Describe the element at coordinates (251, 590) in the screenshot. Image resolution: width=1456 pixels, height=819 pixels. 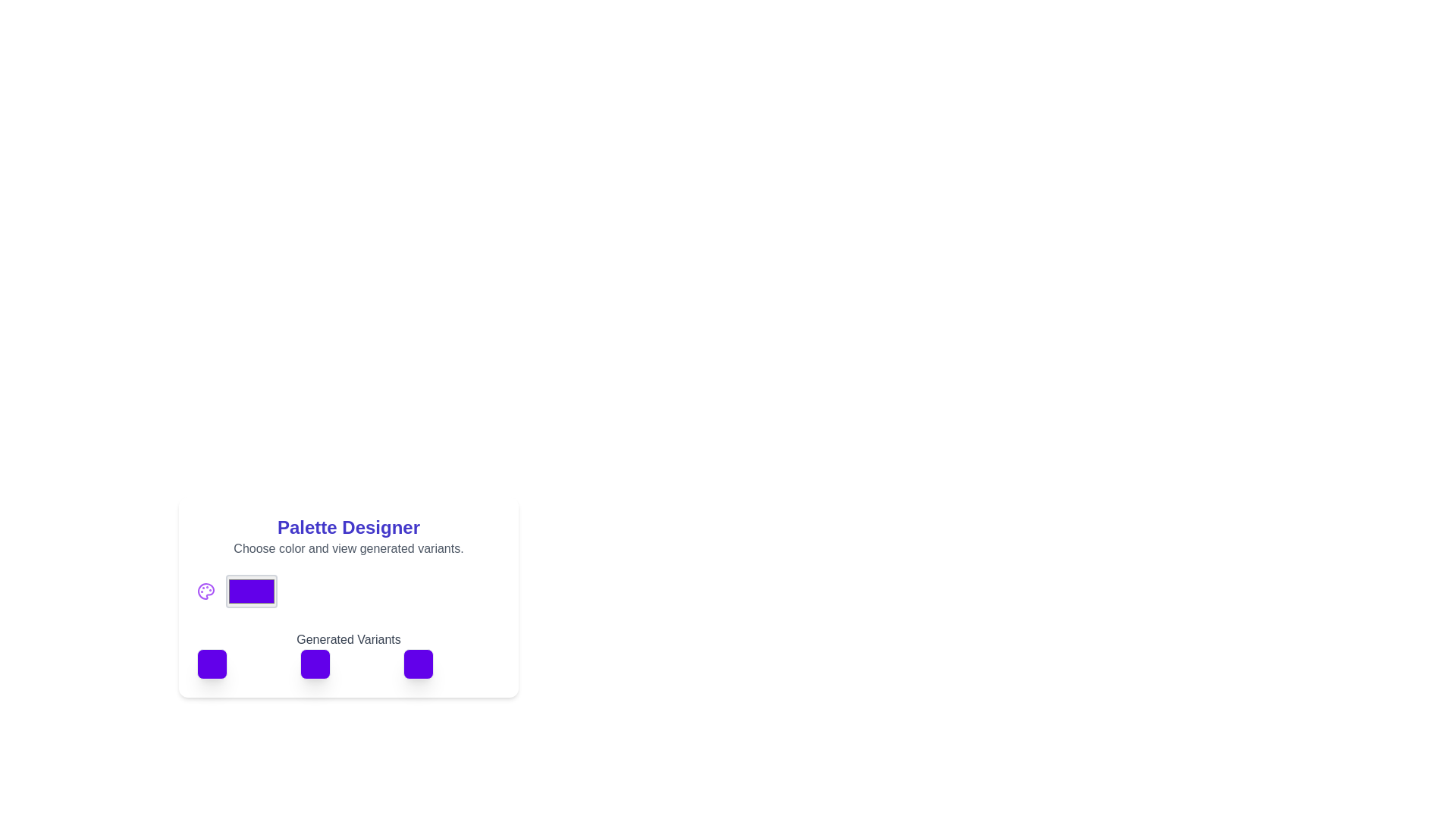
I see `the rectangular color input field with rounded corners and a purple fill color` at that location.